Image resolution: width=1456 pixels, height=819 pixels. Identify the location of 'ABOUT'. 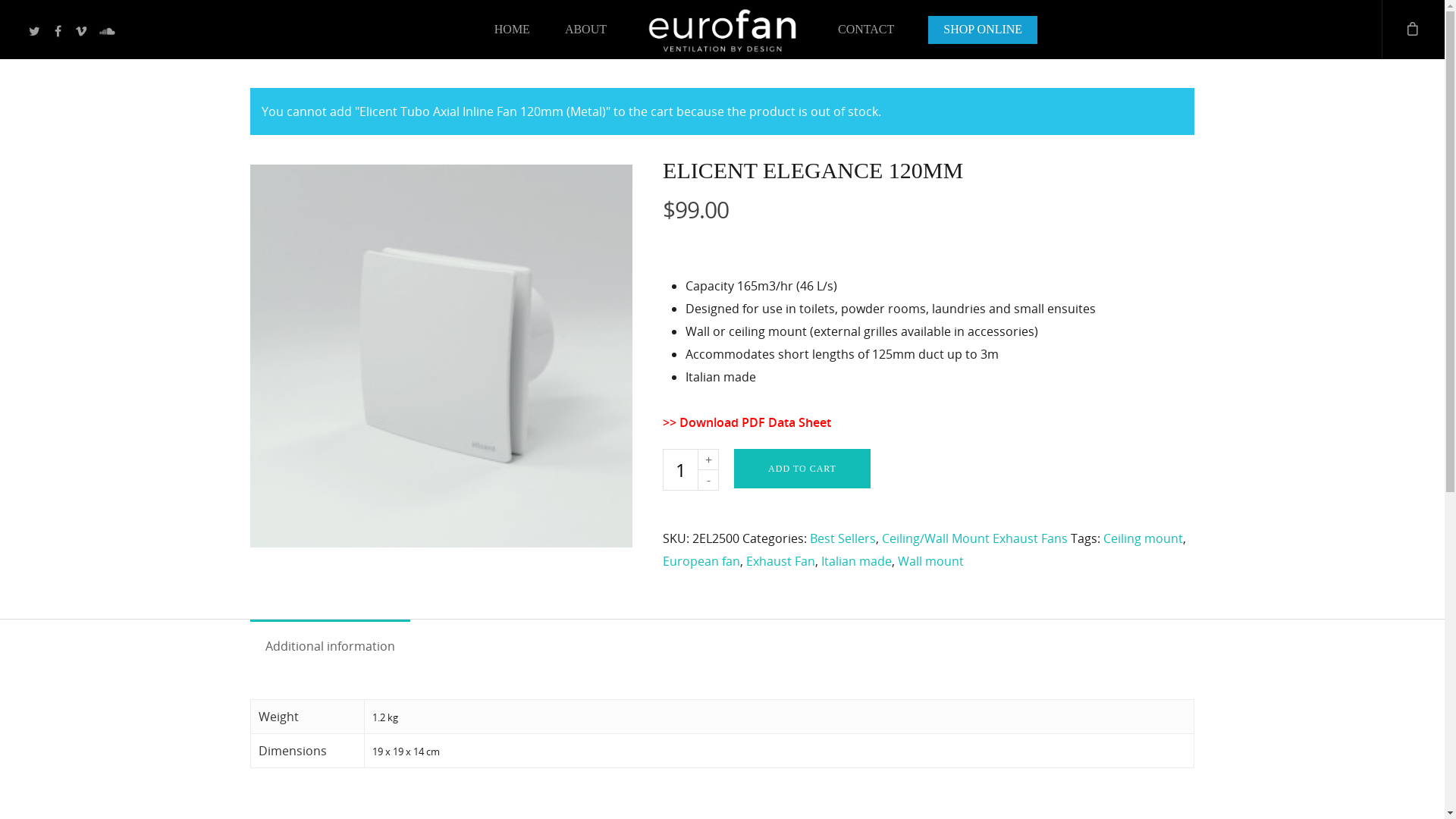
(585, 33).